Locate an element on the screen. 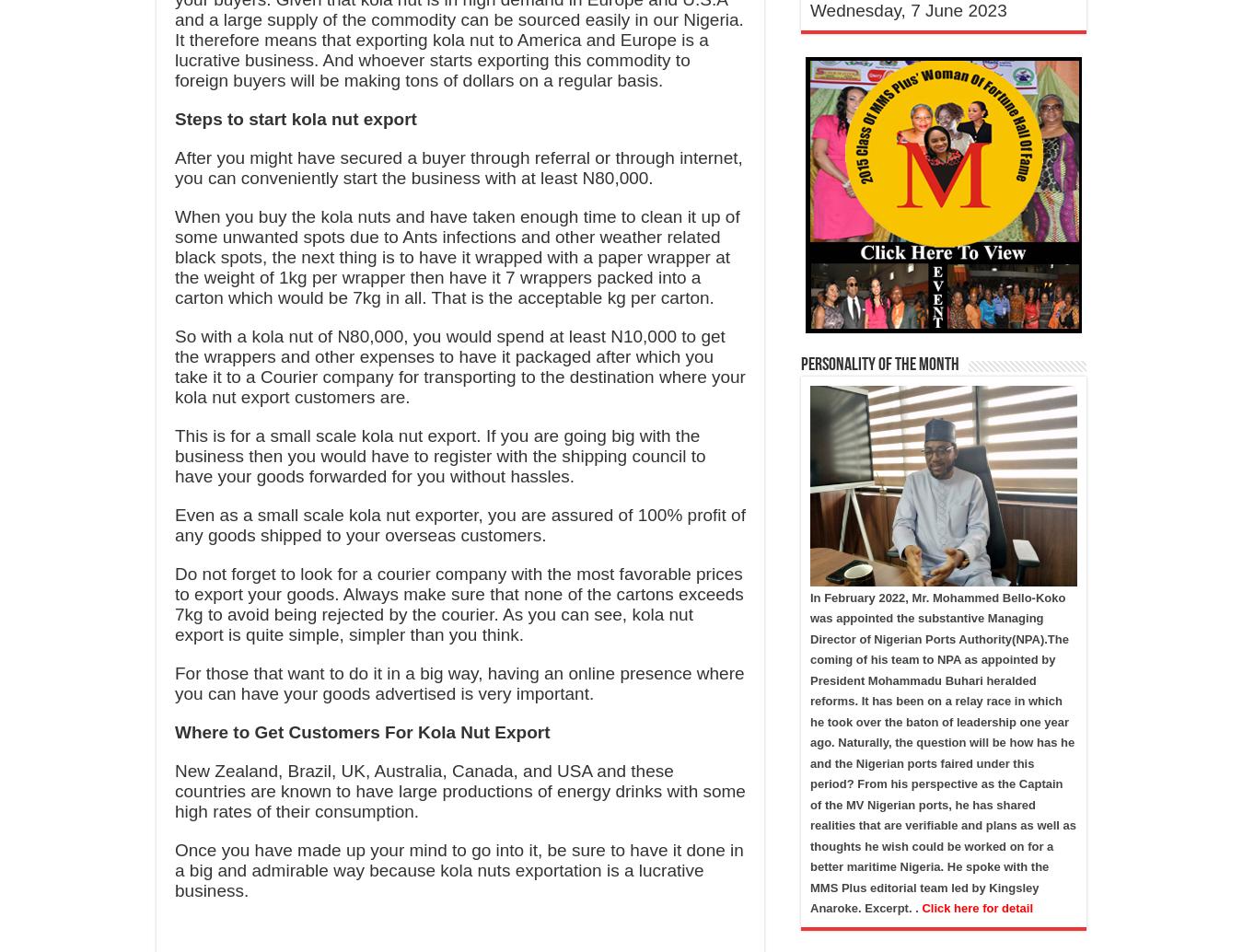  'Steps to start kola nut export' is located at coordinates (295, 119).